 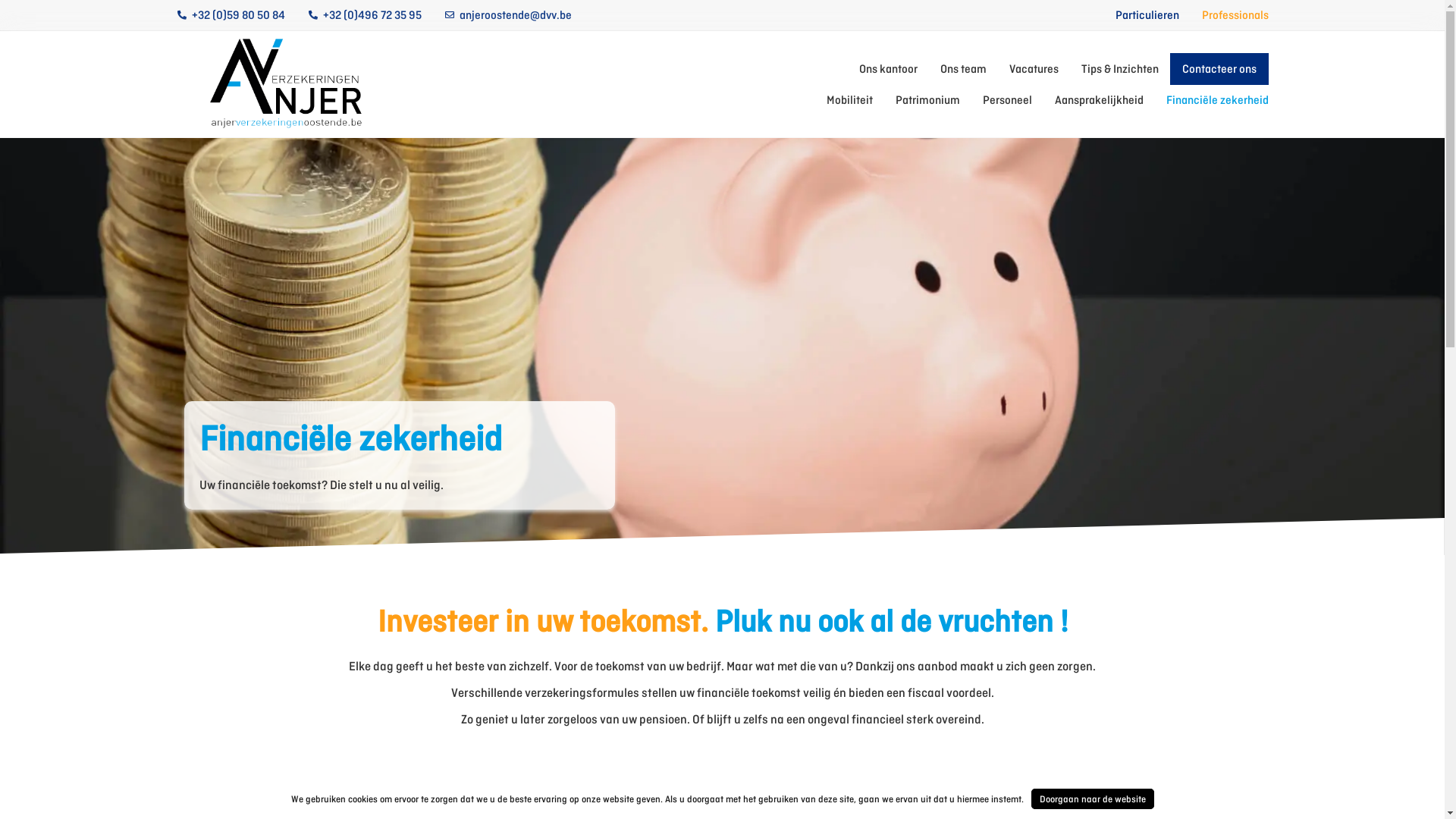 I want to click on '+32 (0)59 80 50 84', so click(x=229, y=14).